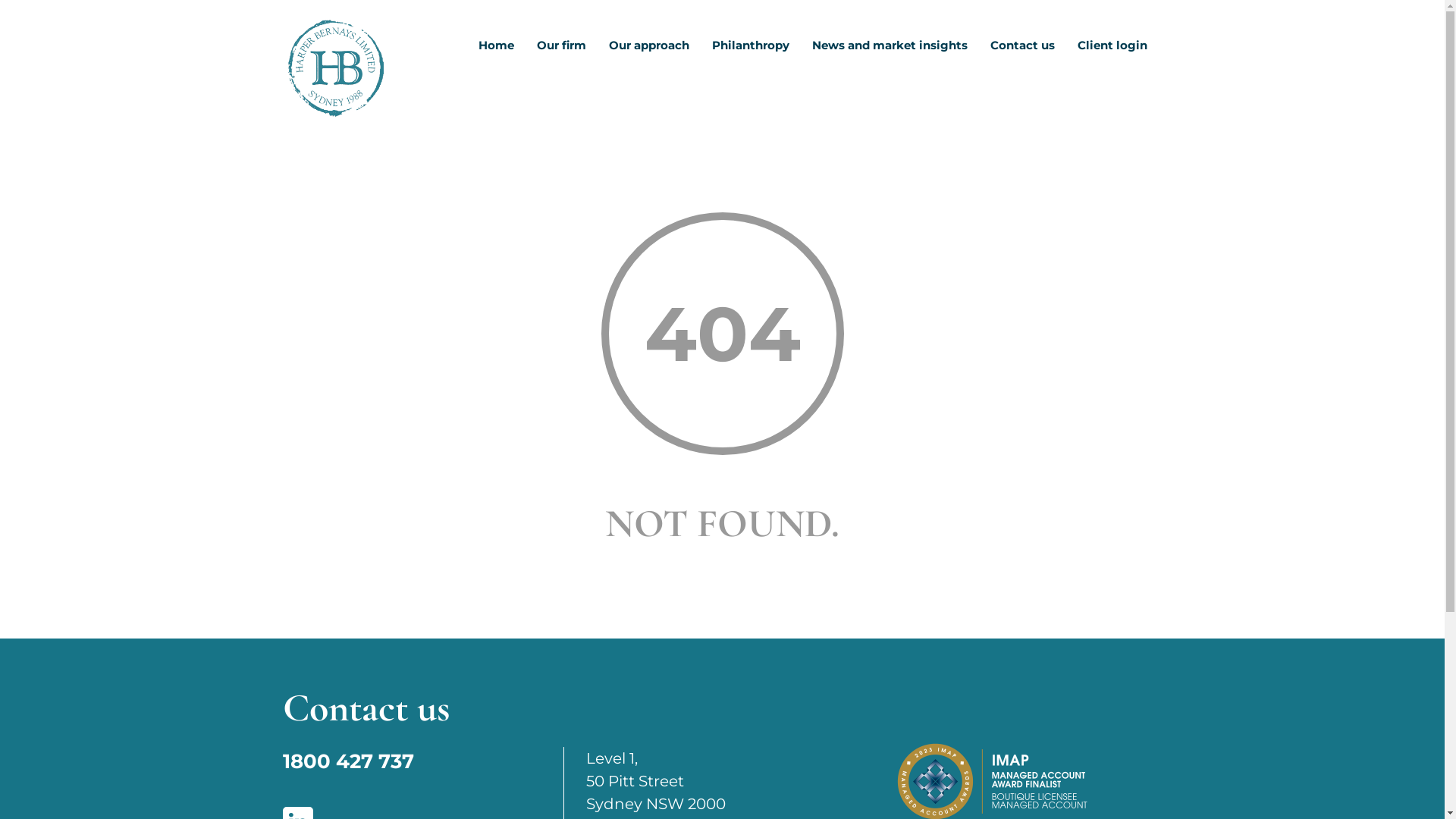 This screenshot has width=1456, height=819. I want to click on 'Client login', so click(1112, 49).